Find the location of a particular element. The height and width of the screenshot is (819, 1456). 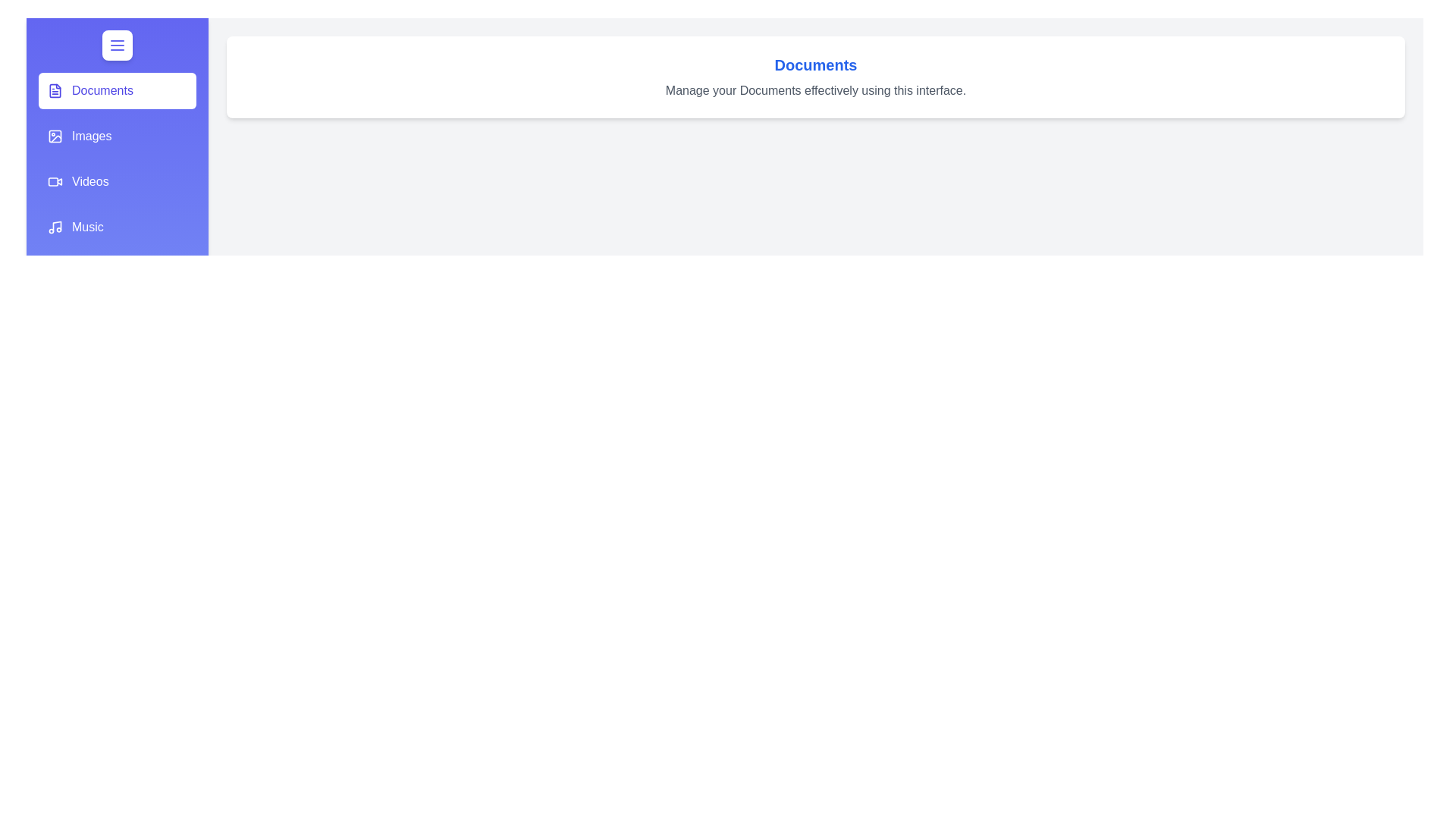

the section Videos from the list is located at coordinates (116, 180).